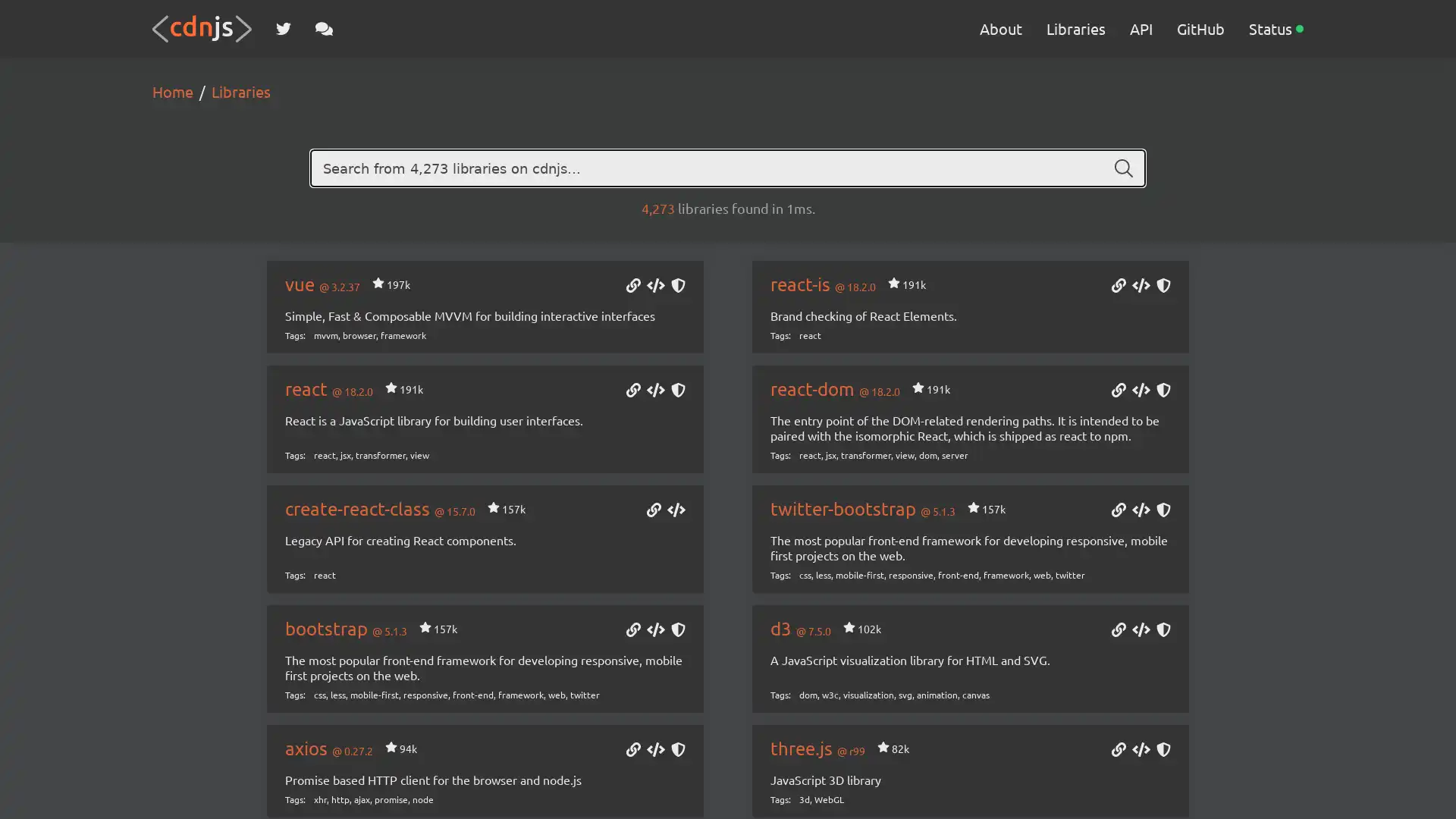  What do you see at coordinates (632, 287) in the screenshot?
I see `Copy URL` at bounding box center [632, 287].